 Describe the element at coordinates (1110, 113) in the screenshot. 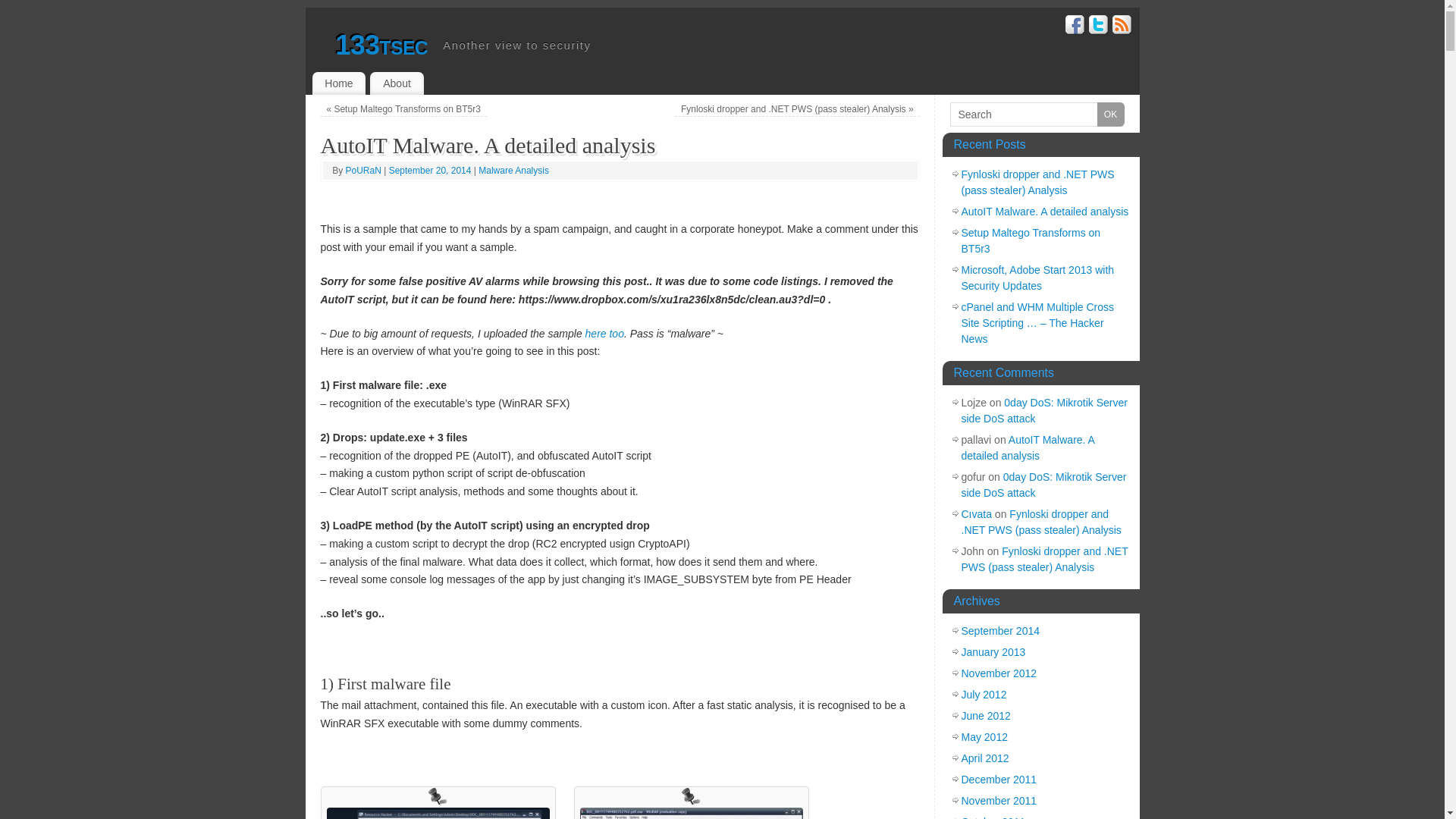

I see `'OK'` at that location.